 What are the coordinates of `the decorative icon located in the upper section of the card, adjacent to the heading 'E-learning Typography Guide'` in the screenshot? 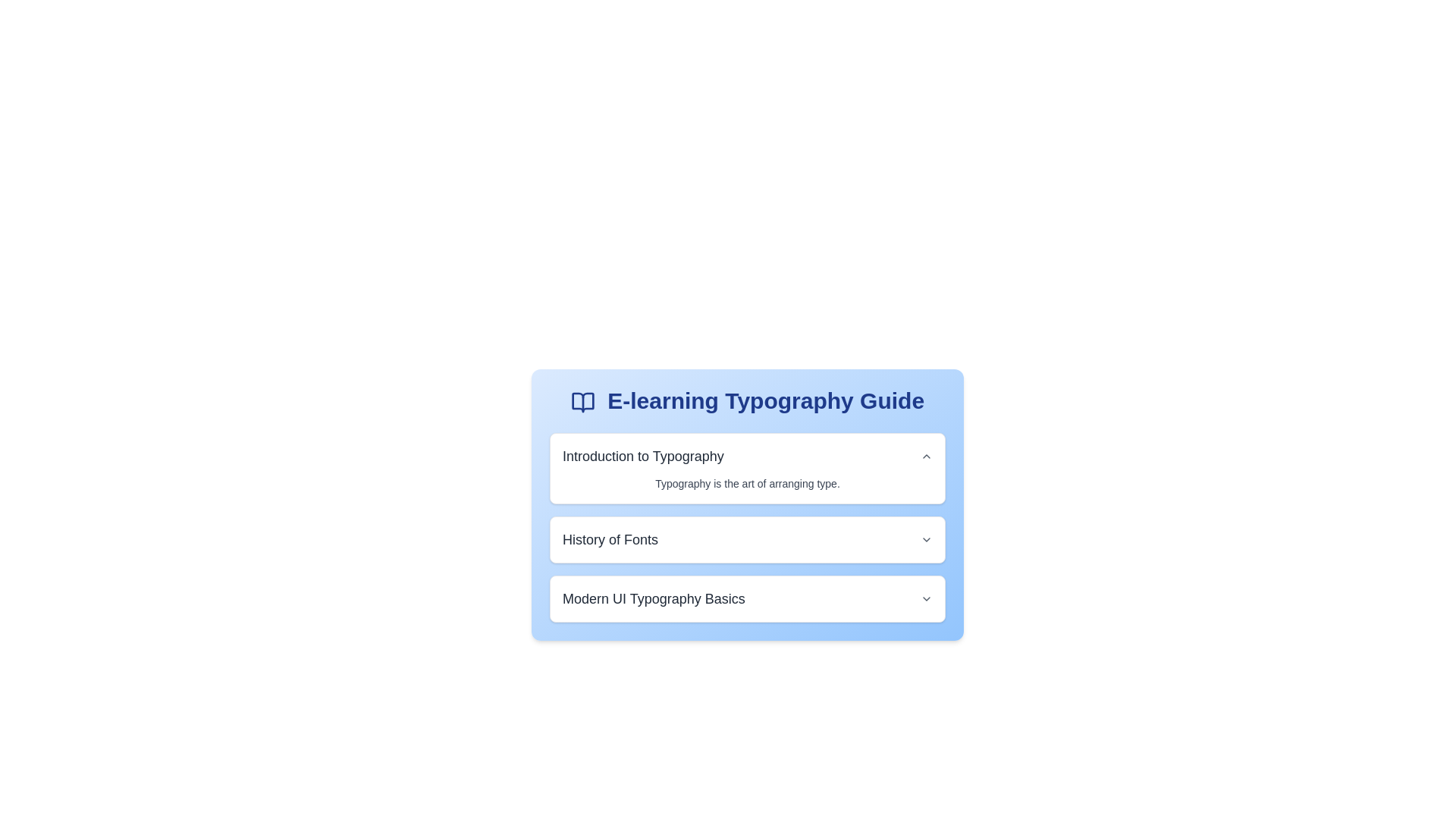 It's located at (582, 402).